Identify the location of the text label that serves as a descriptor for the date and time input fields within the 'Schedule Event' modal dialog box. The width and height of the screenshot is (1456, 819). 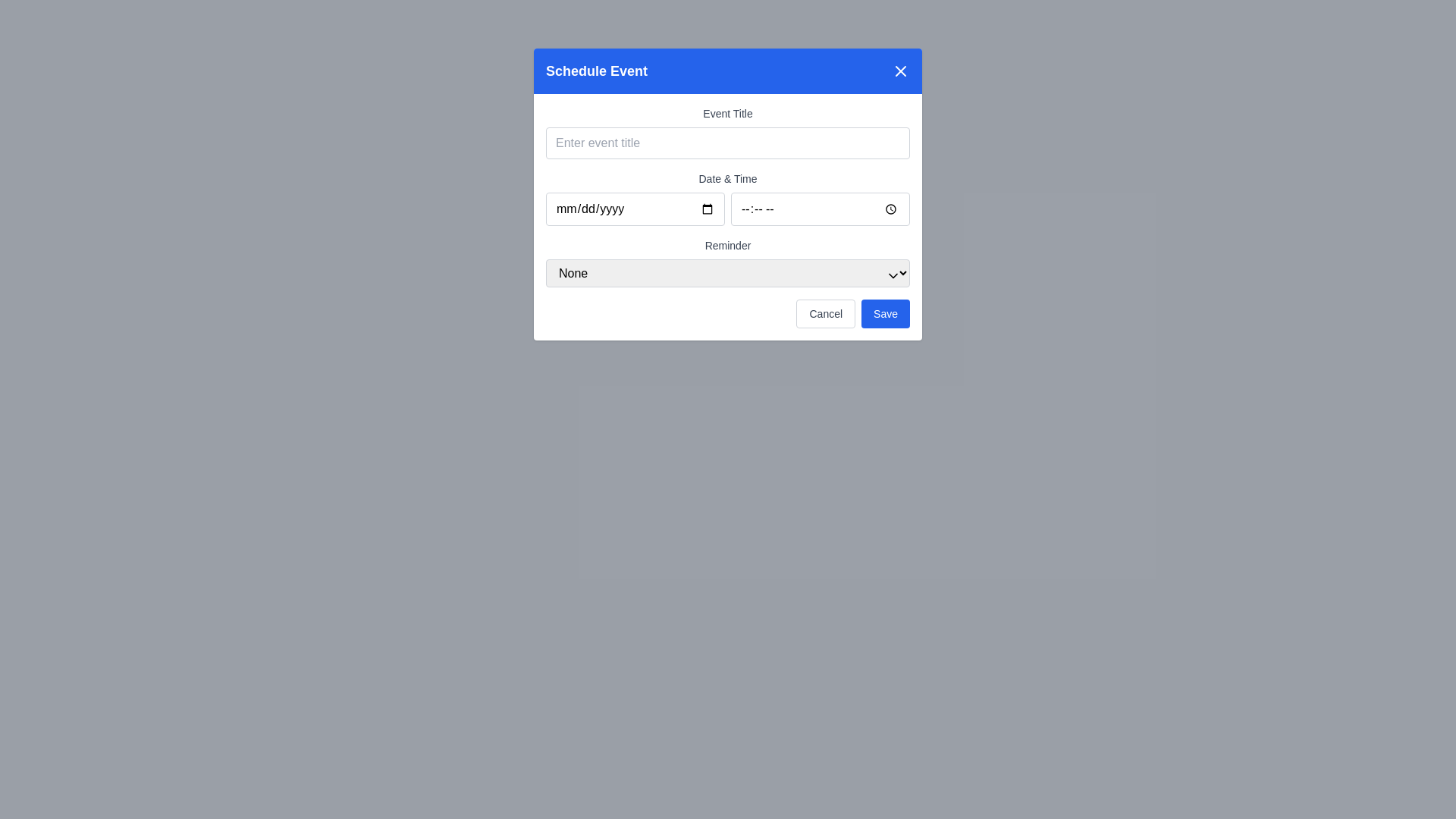
(728, 177).